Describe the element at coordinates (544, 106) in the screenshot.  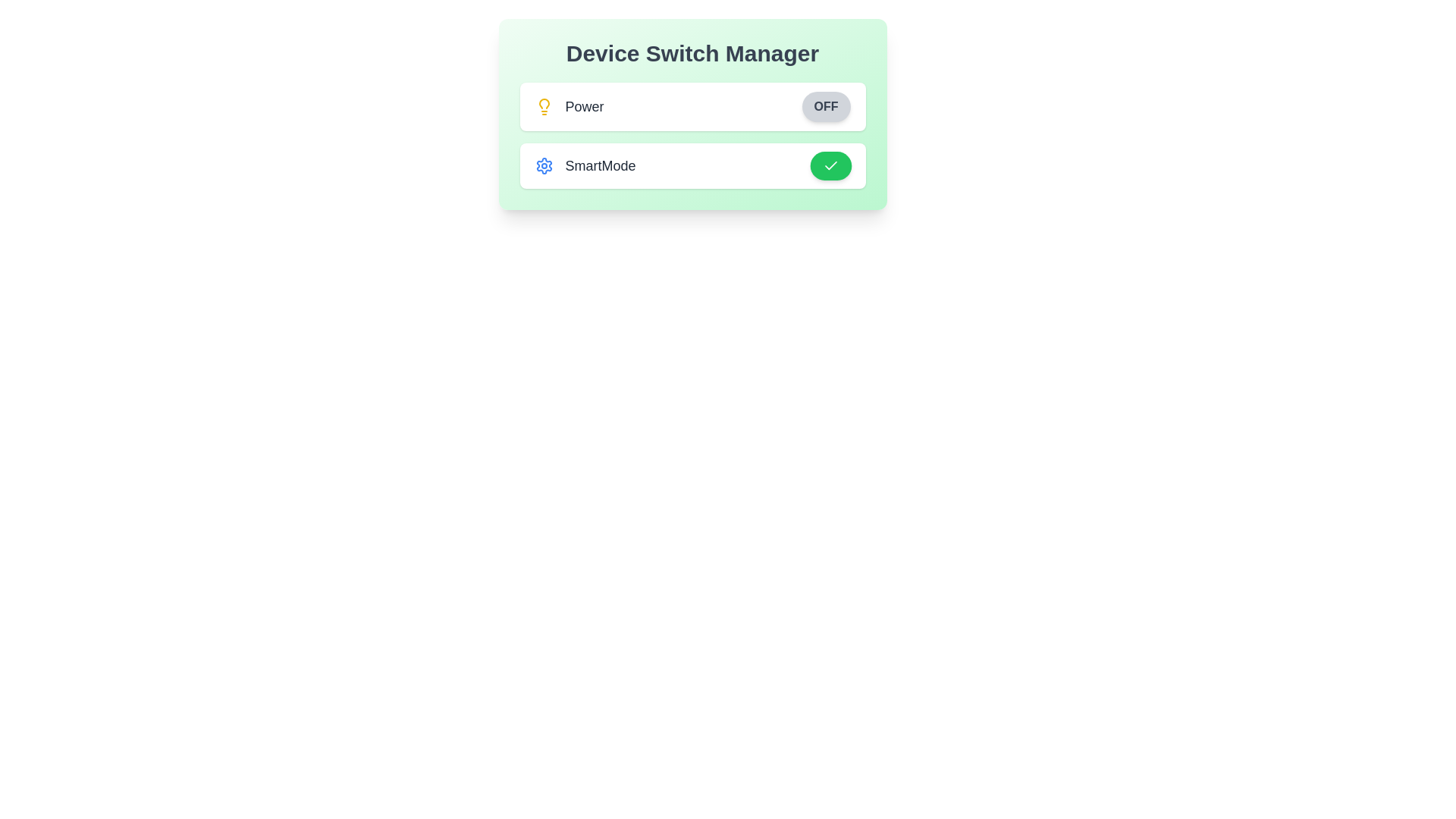
I see `the lightbulb icon next to the 'Power' label` at that location.